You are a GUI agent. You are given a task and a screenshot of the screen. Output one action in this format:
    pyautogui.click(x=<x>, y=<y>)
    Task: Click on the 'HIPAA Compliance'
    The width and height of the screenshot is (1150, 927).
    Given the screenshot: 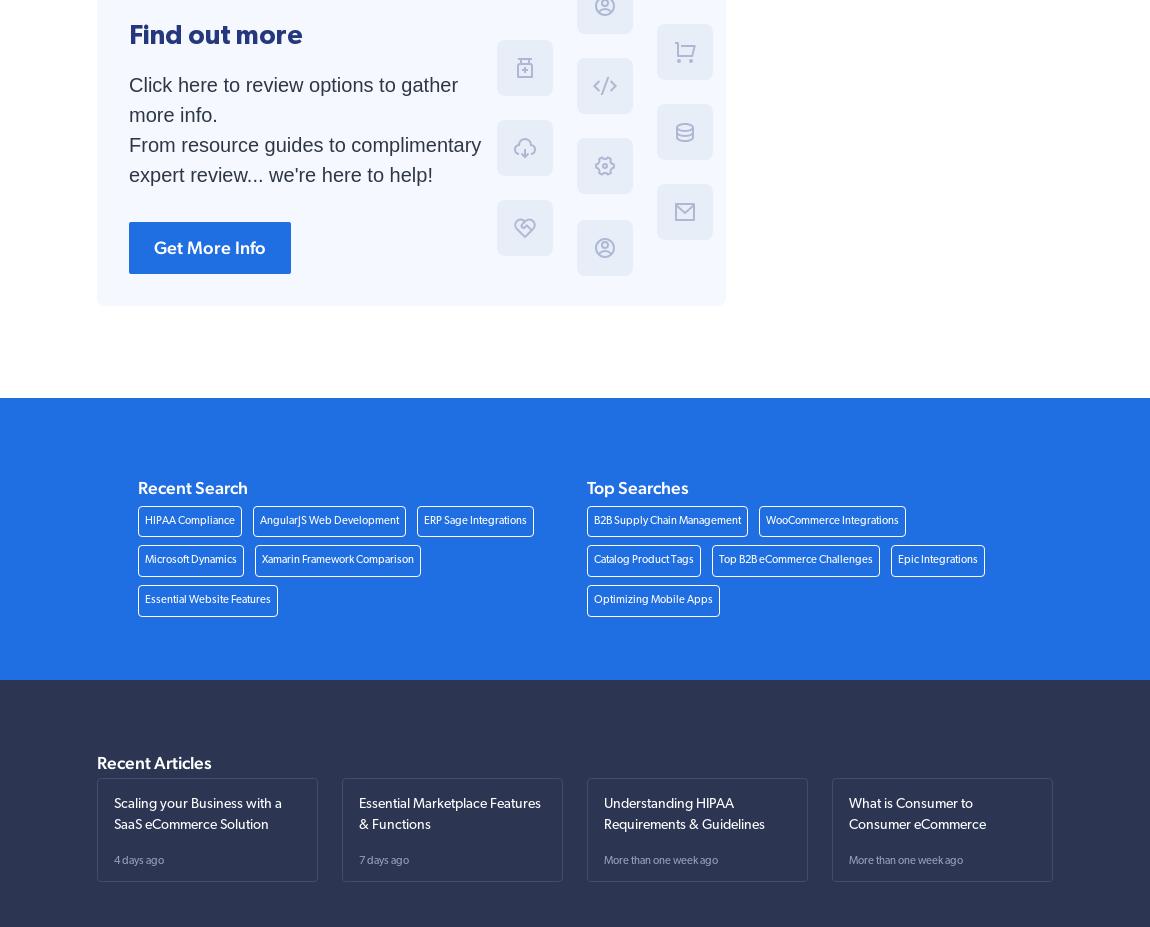 What is the action you would take?
    pyautogui.click(x=187, y=520)
    